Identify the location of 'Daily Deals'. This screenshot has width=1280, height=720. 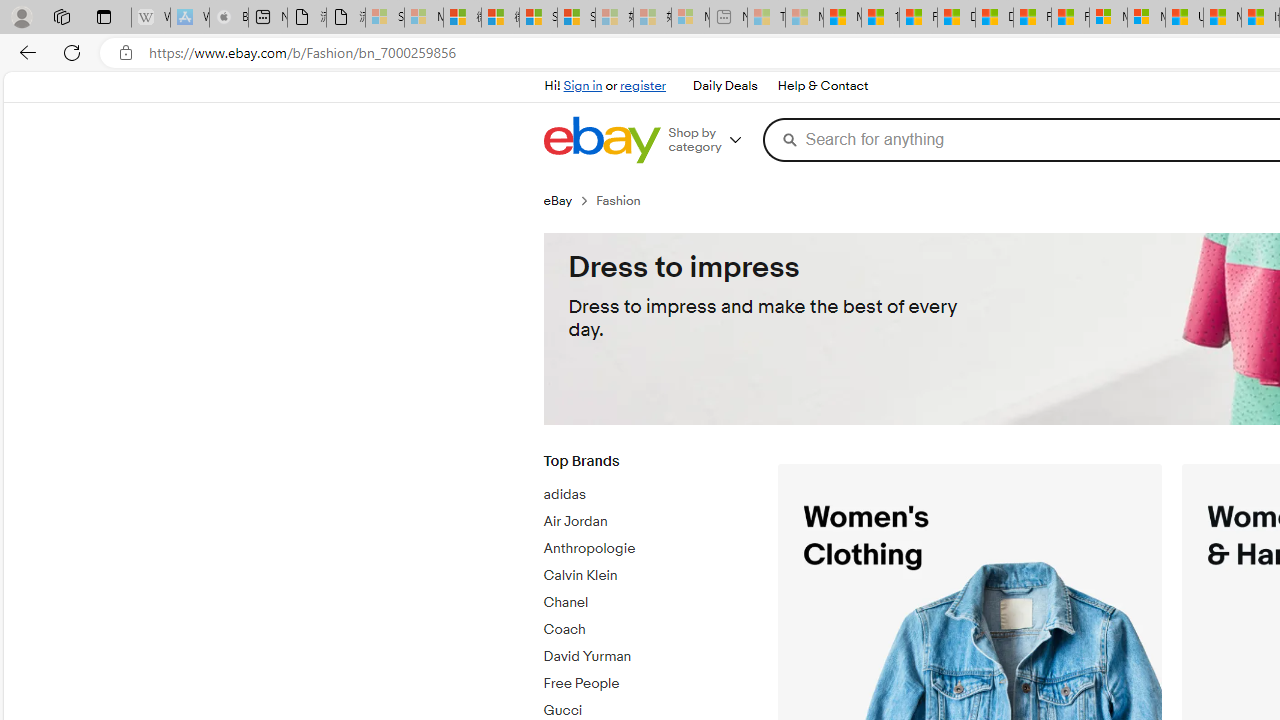
(724, 86).